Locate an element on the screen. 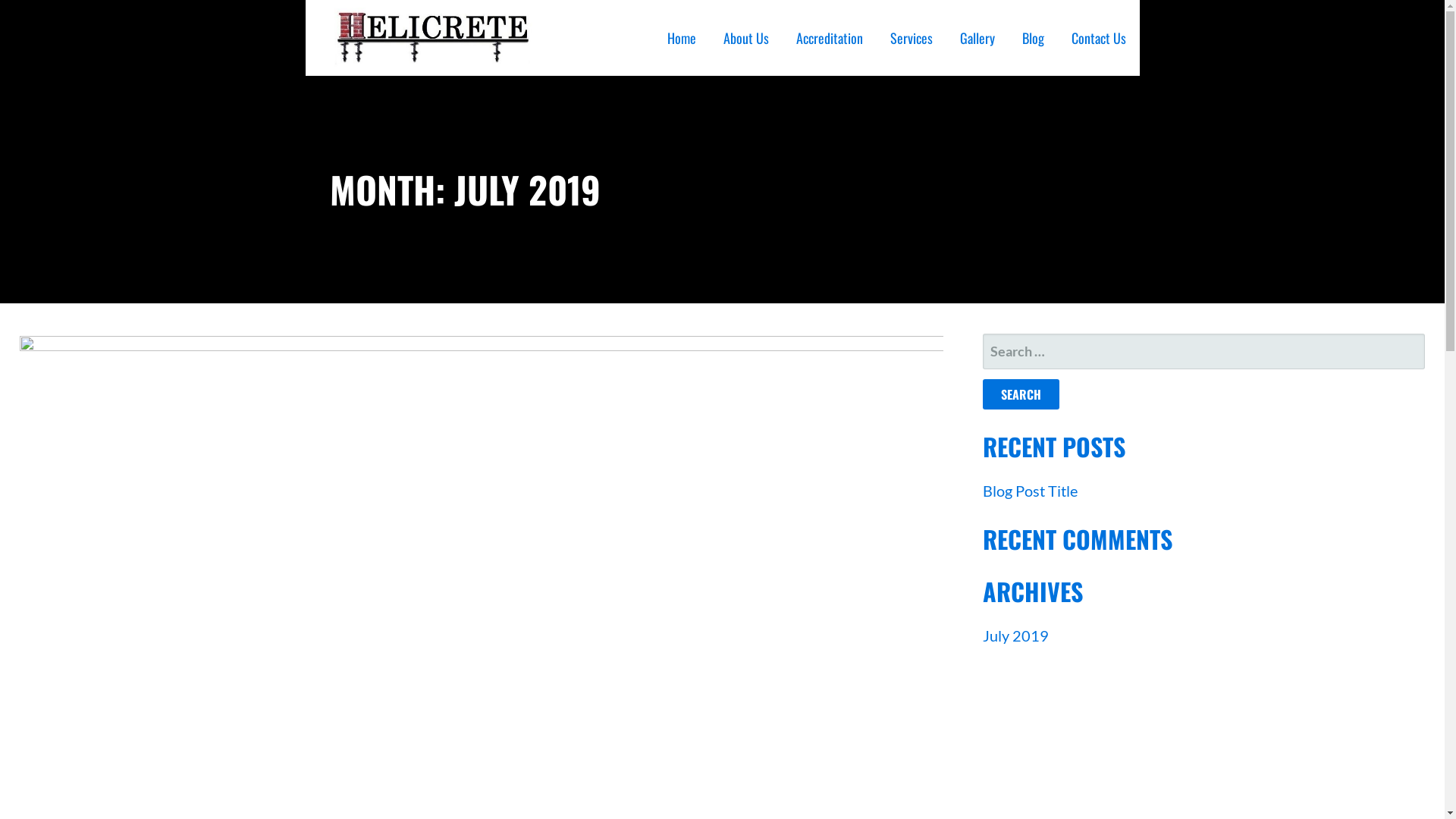 The height and width of the screenshot is (819, 1456). 'Skip to content' is located at coordinates (0, 0).